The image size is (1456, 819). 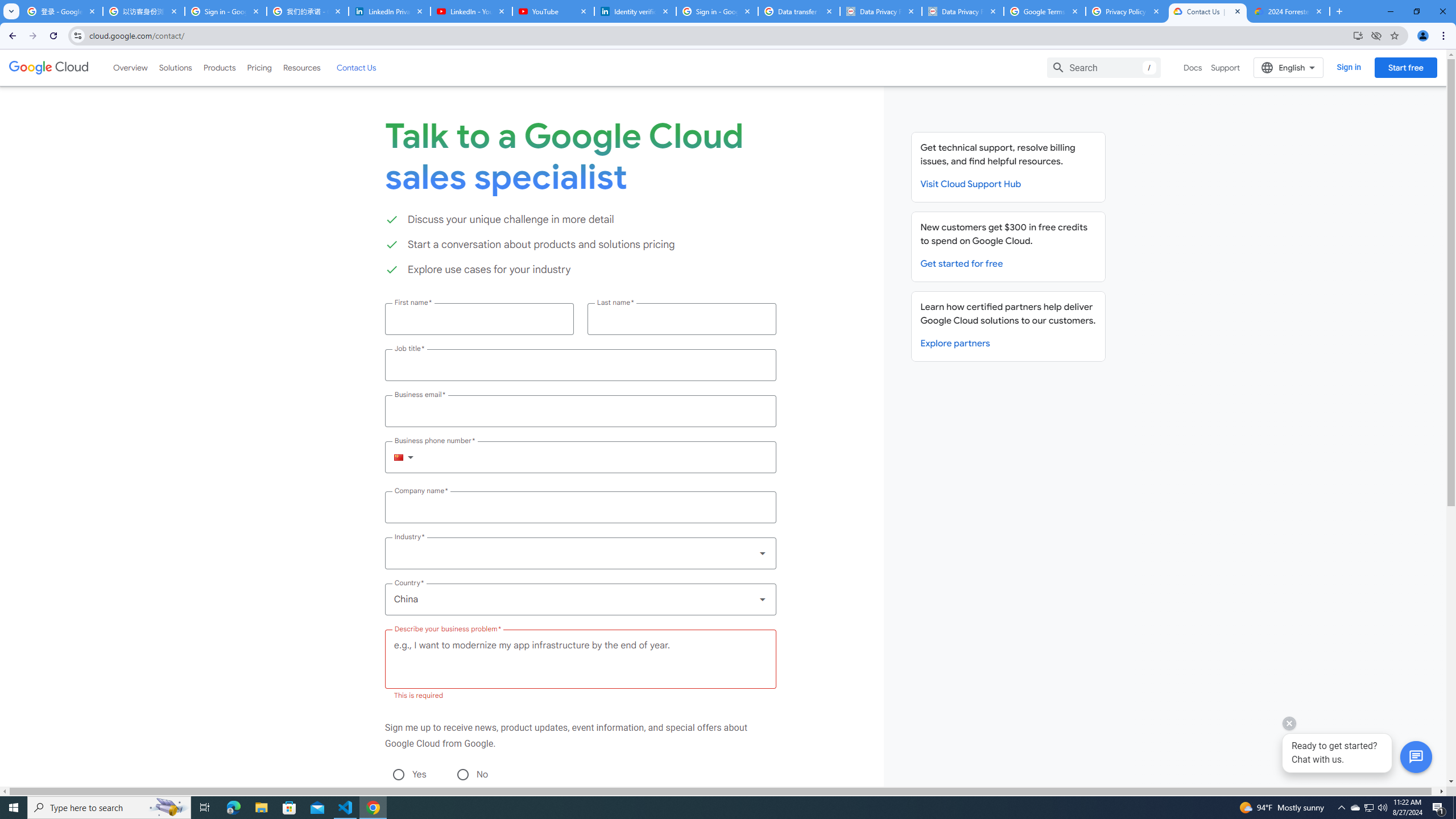 What do you see at coordinates (580, 411) in the screenshot?
I see `'Business email *'` at bounding box center [580, 411].